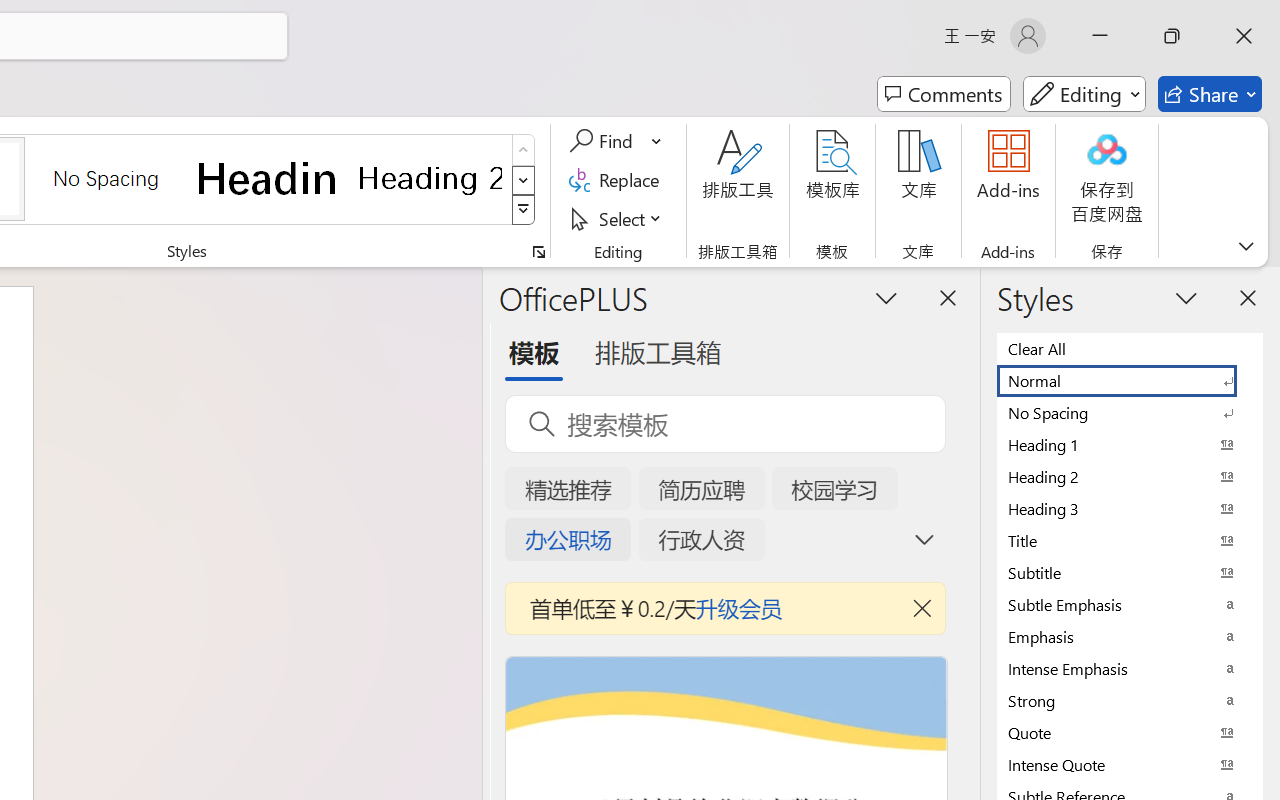  Describe the element at coordinates (523, 150) in the screenshot. I see `'Row up'` at that location.